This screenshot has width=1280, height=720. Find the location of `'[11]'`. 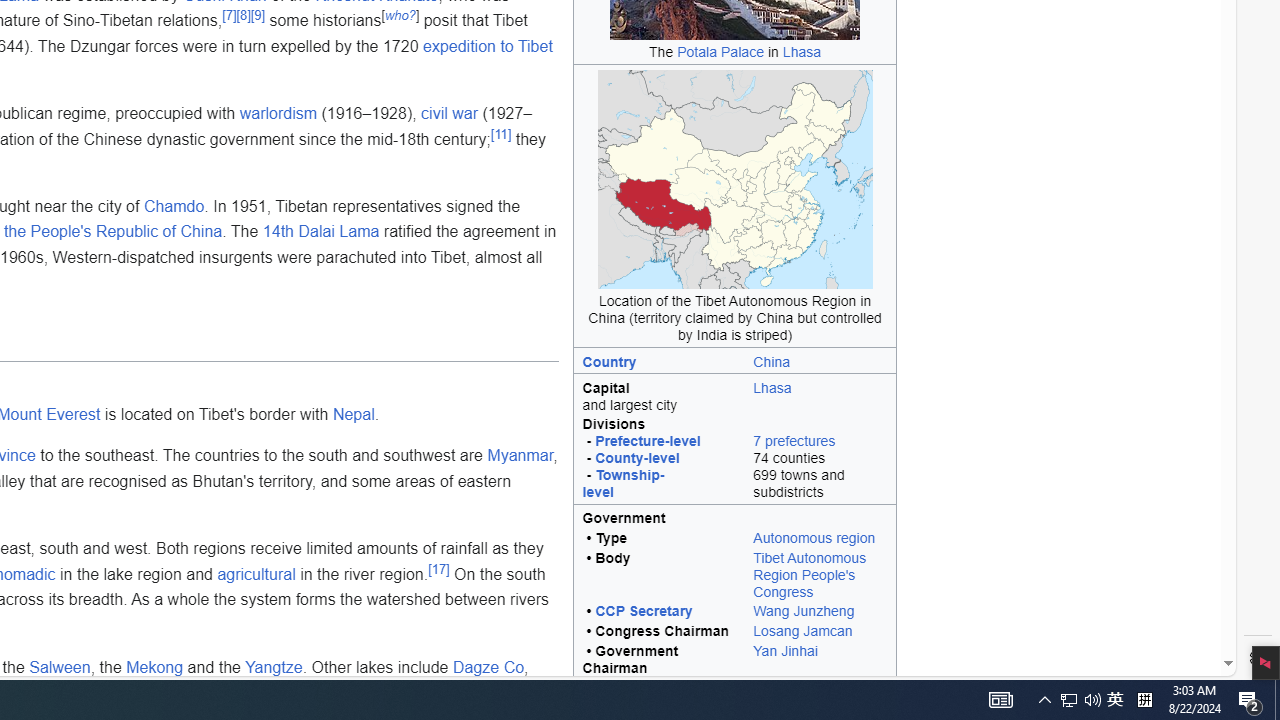

'[11]' is located at coordinates (501, 133).